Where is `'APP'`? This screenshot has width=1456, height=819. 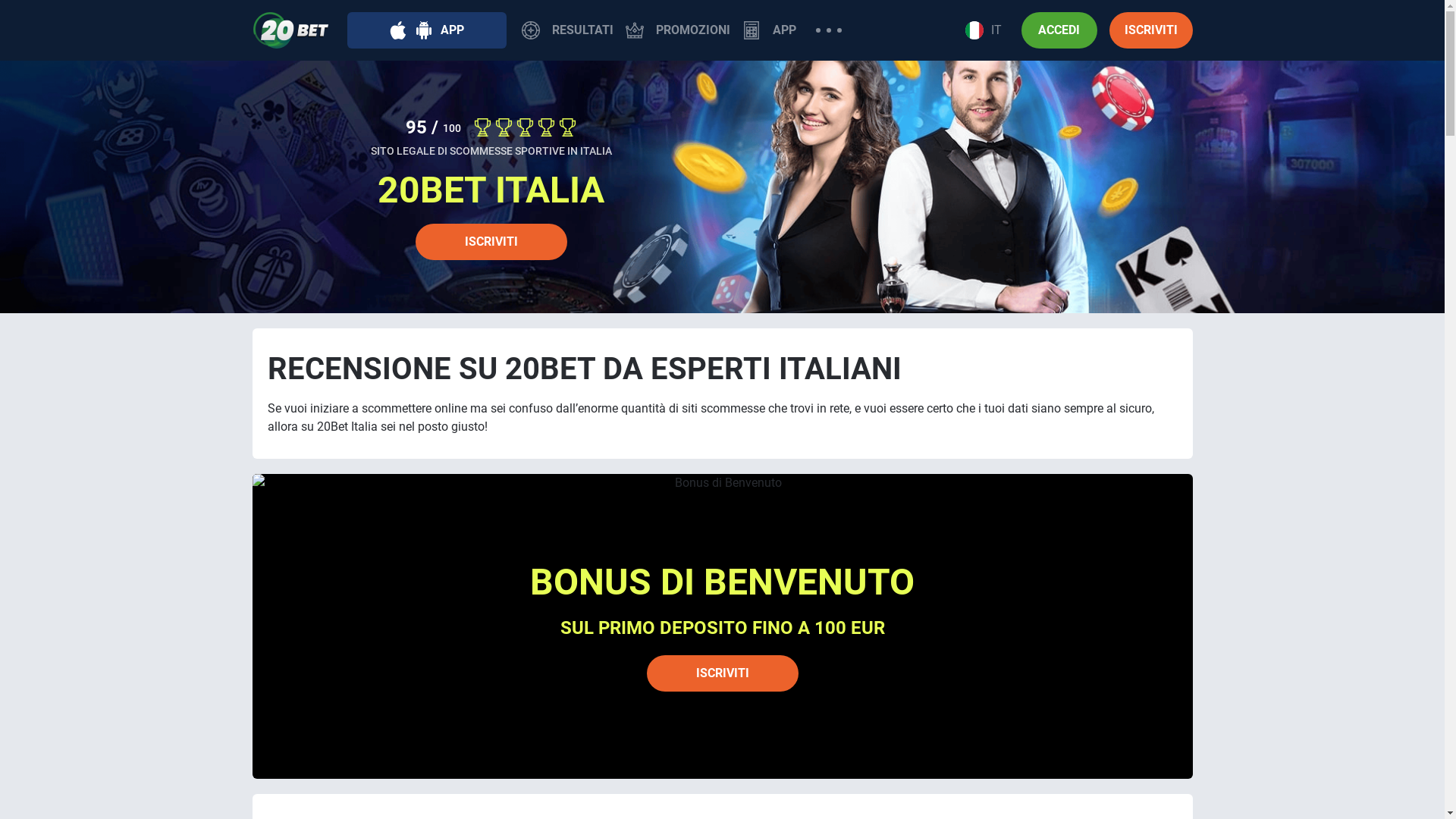
'APP' is located at coordinates (768, 30).